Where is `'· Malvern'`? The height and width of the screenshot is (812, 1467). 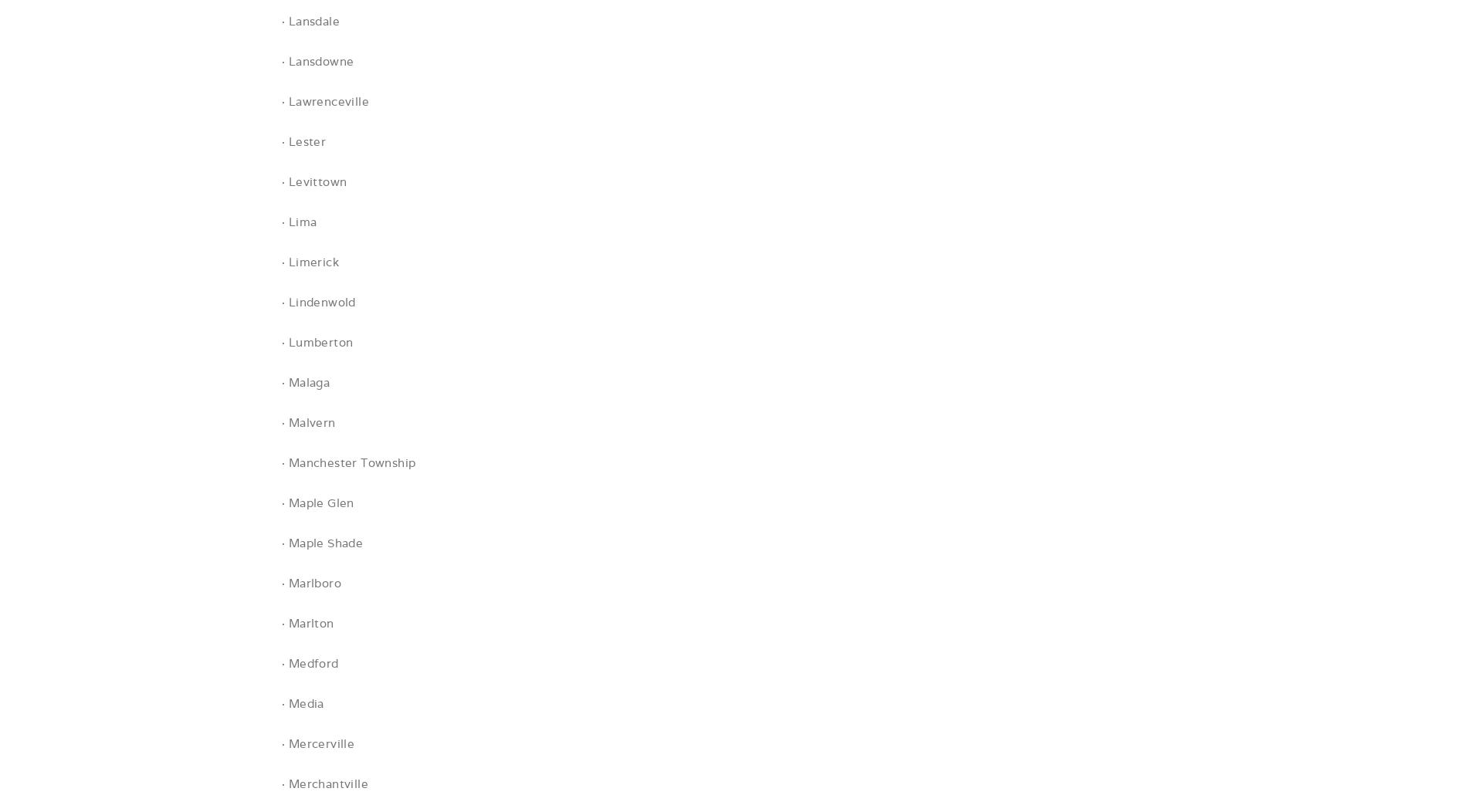 '· Malvern' is located at coordinates (307, 422).